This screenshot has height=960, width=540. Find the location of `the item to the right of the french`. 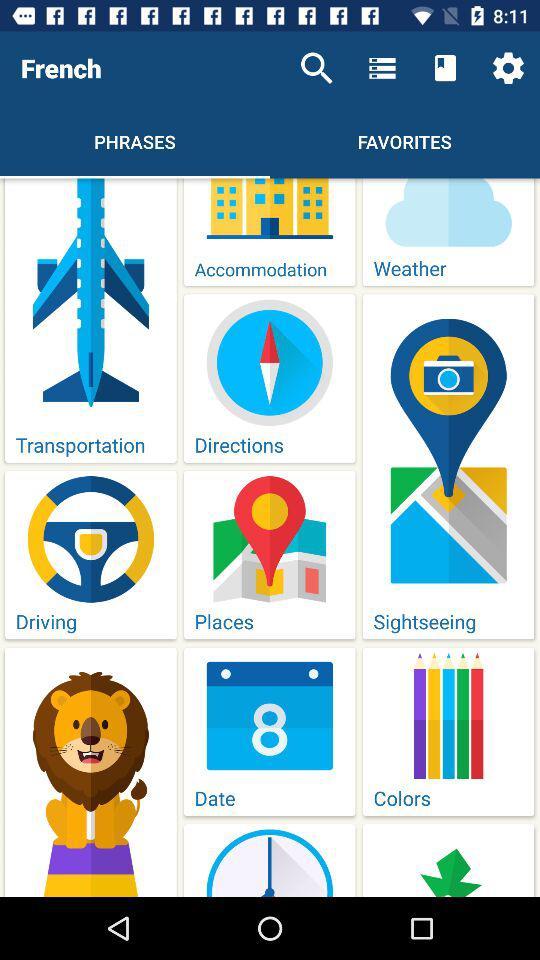

the item to the right of the french is located at coordinates (316, 68).